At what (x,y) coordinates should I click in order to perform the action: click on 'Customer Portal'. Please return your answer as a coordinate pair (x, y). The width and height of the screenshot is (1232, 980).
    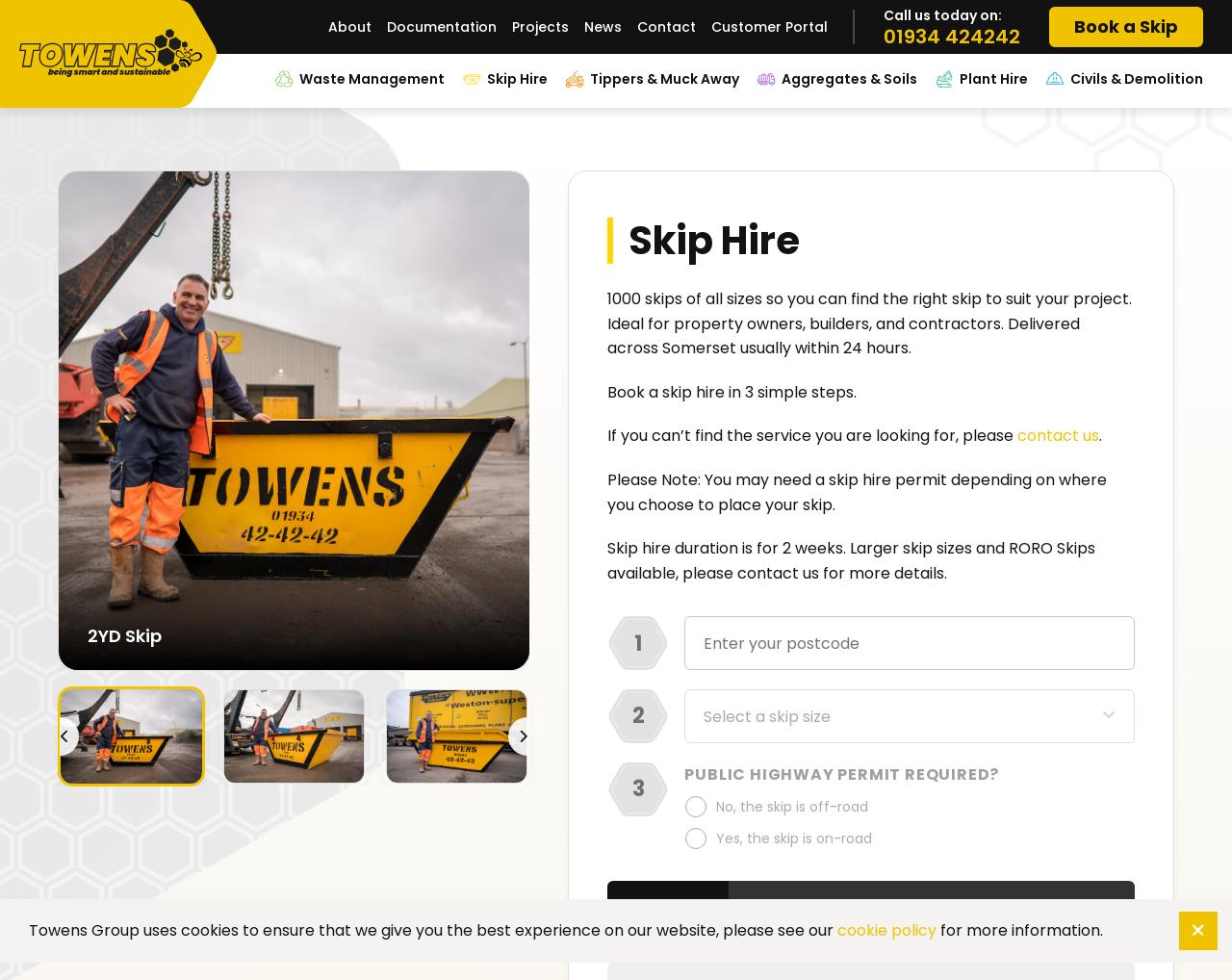
    Looking at the image, I should click on (768, 25).